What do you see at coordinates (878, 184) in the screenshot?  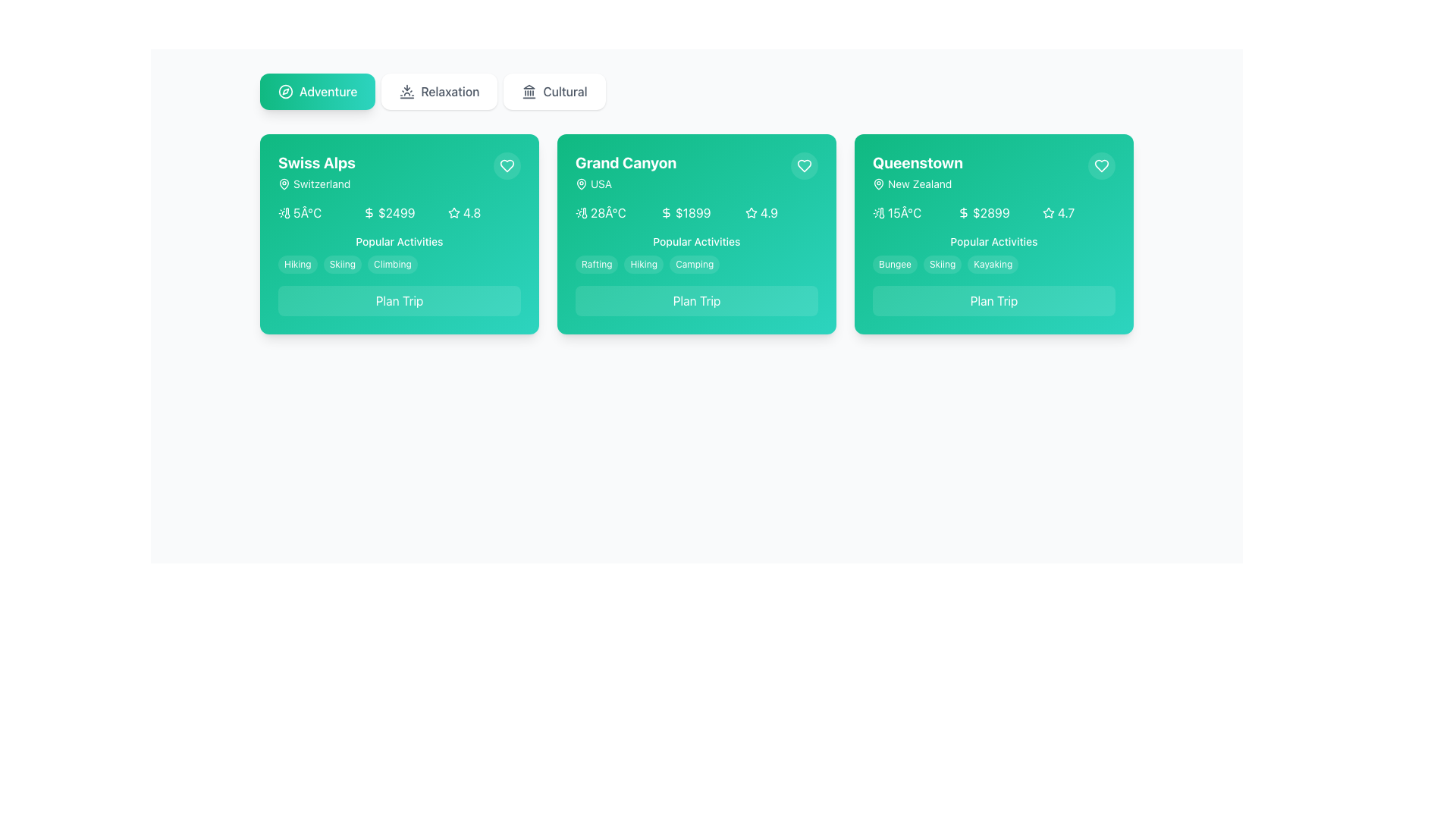 I see `the small map pin icon located next to the textual label 'New Zealand' within the 'Queenstown' card` at bounding box center [878, 184].